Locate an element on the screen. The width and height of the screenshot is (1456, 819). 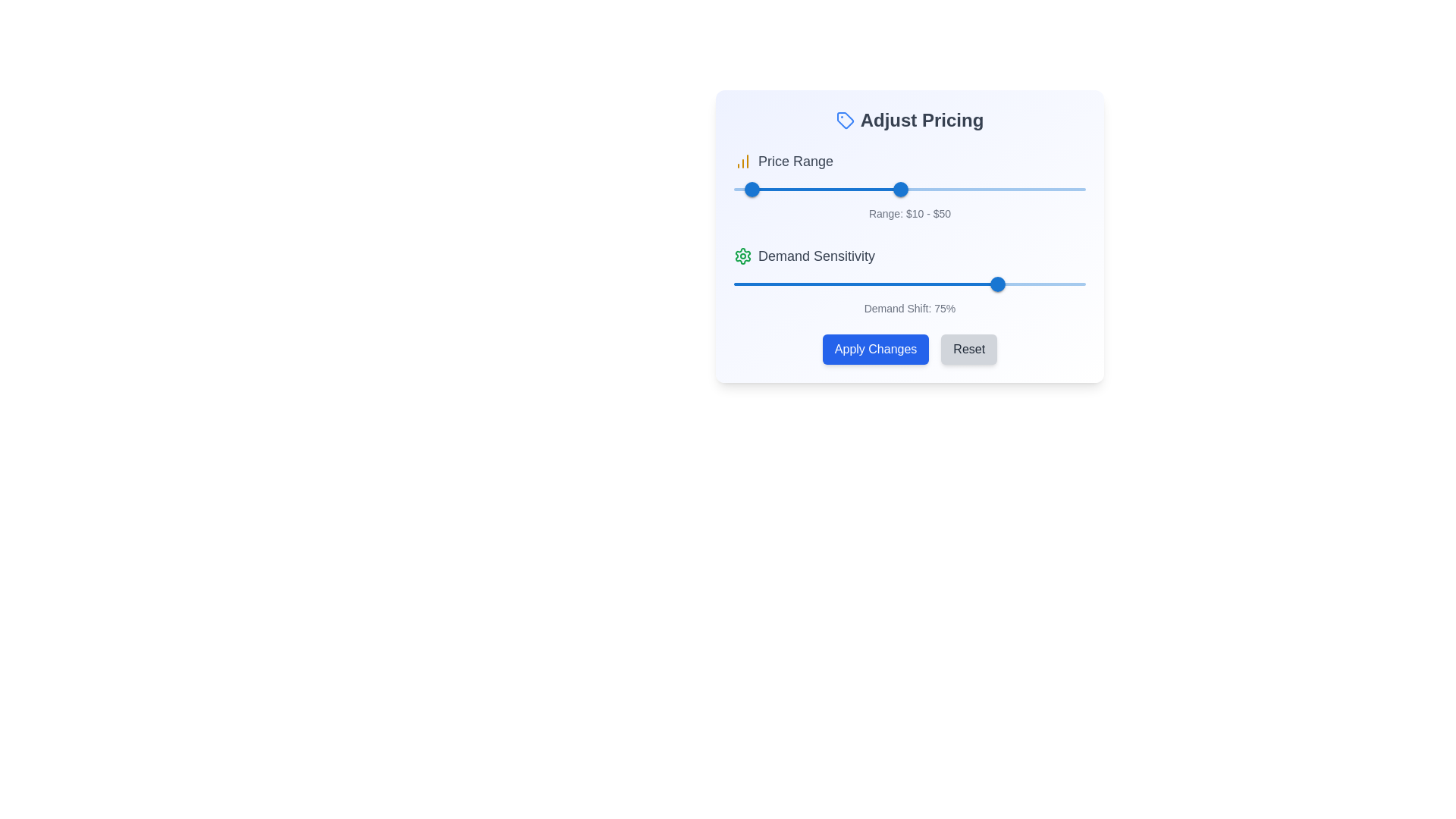
Demand Sensitivity is located at coordinates (734, 284).